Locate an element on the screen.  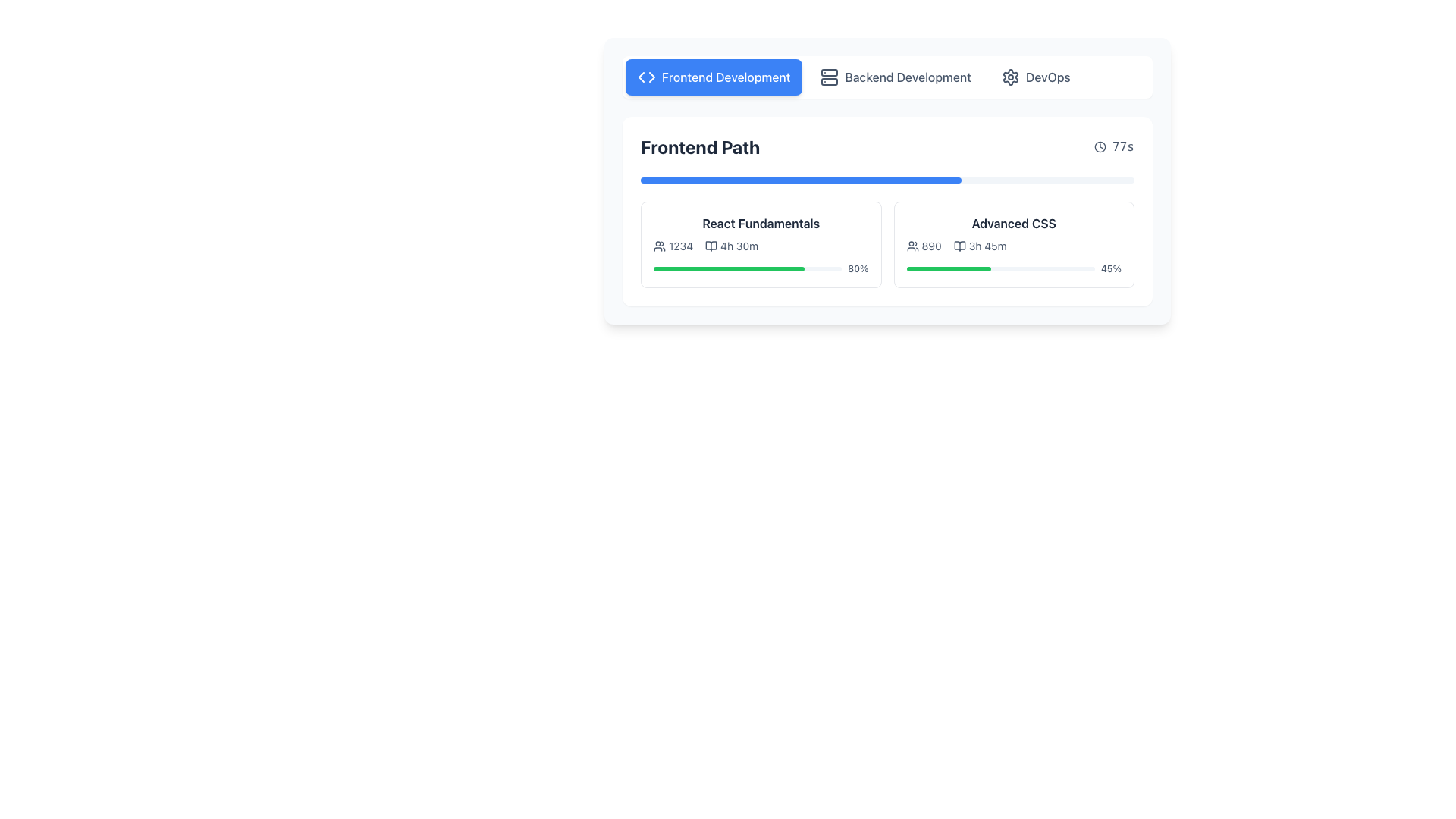
the 'Frontend Development' icon located to the left of the 'Frontend Development' button in the navigation bar is located at coordinates (647, 77).